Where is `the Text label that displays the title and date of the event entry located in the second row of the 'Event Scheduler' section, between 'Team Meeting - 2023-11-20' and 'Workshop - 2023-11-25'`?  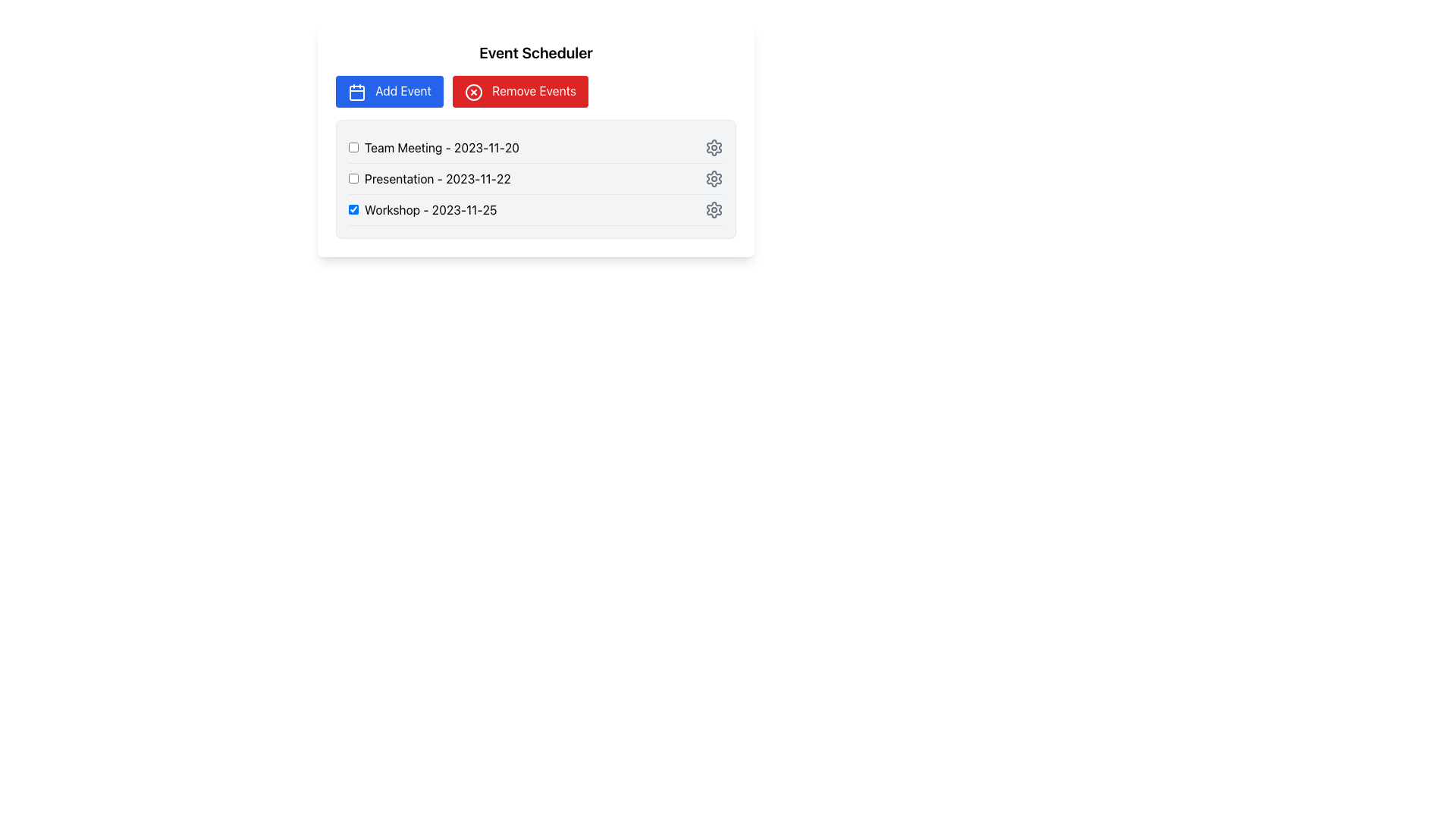 the Text label that displays the title and date of the event entry located in the second row of the 'Event Scheduler' section, between 'Team Meeting - 2023-11-20' and 'Workshop - 2023-11-25' is located at coordinates (437, 177).